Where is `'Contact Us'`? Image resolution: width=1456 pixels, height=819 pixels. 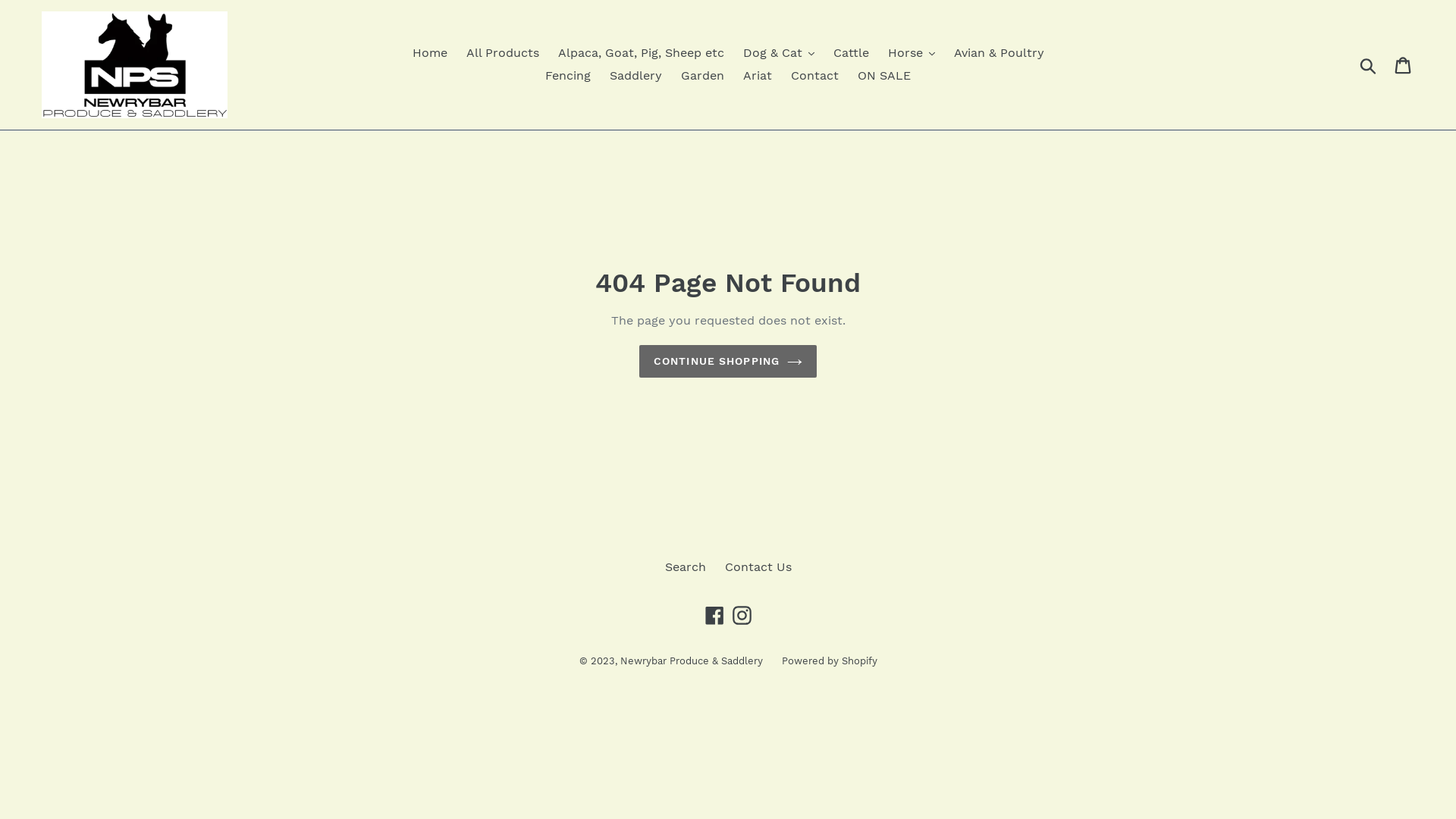 'Contact Us' is located at coordinates (758, 566).